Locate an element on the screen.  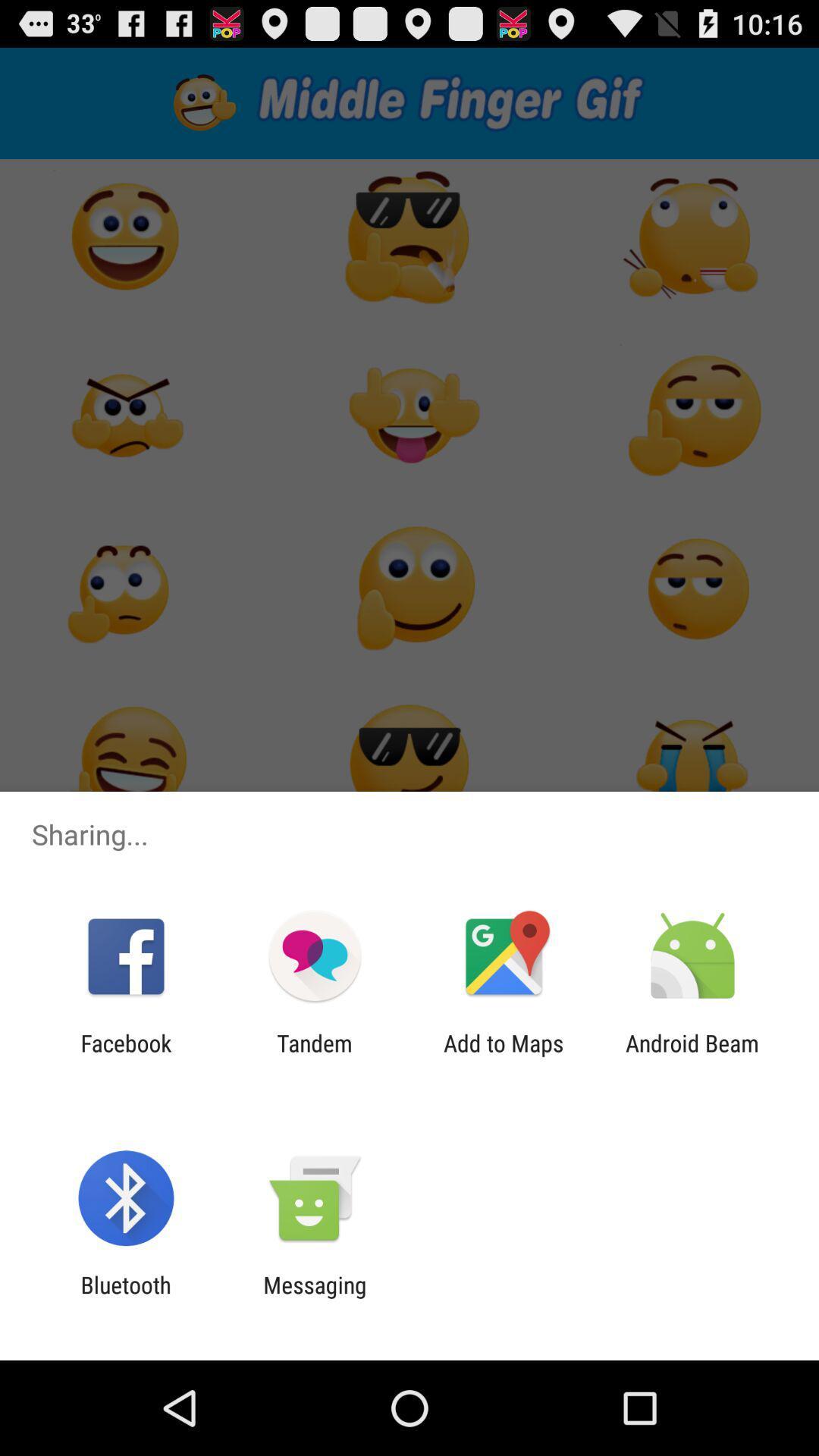
the icon to the right of bluetooth is located at coordinates (314, 1298).